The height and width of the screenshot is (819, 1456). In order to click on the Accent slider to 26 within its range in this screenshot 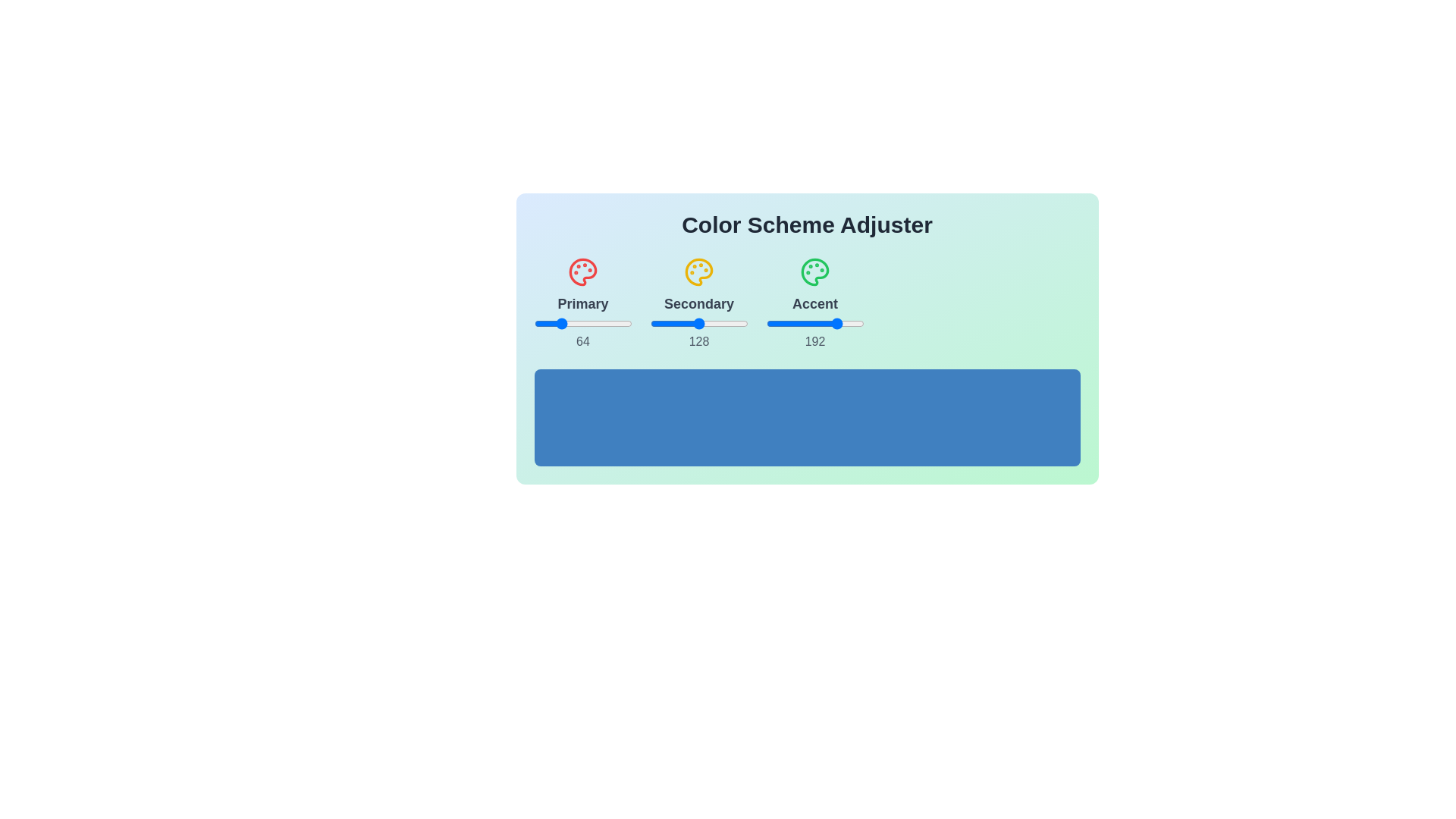, I will do `click(776, 323)`.